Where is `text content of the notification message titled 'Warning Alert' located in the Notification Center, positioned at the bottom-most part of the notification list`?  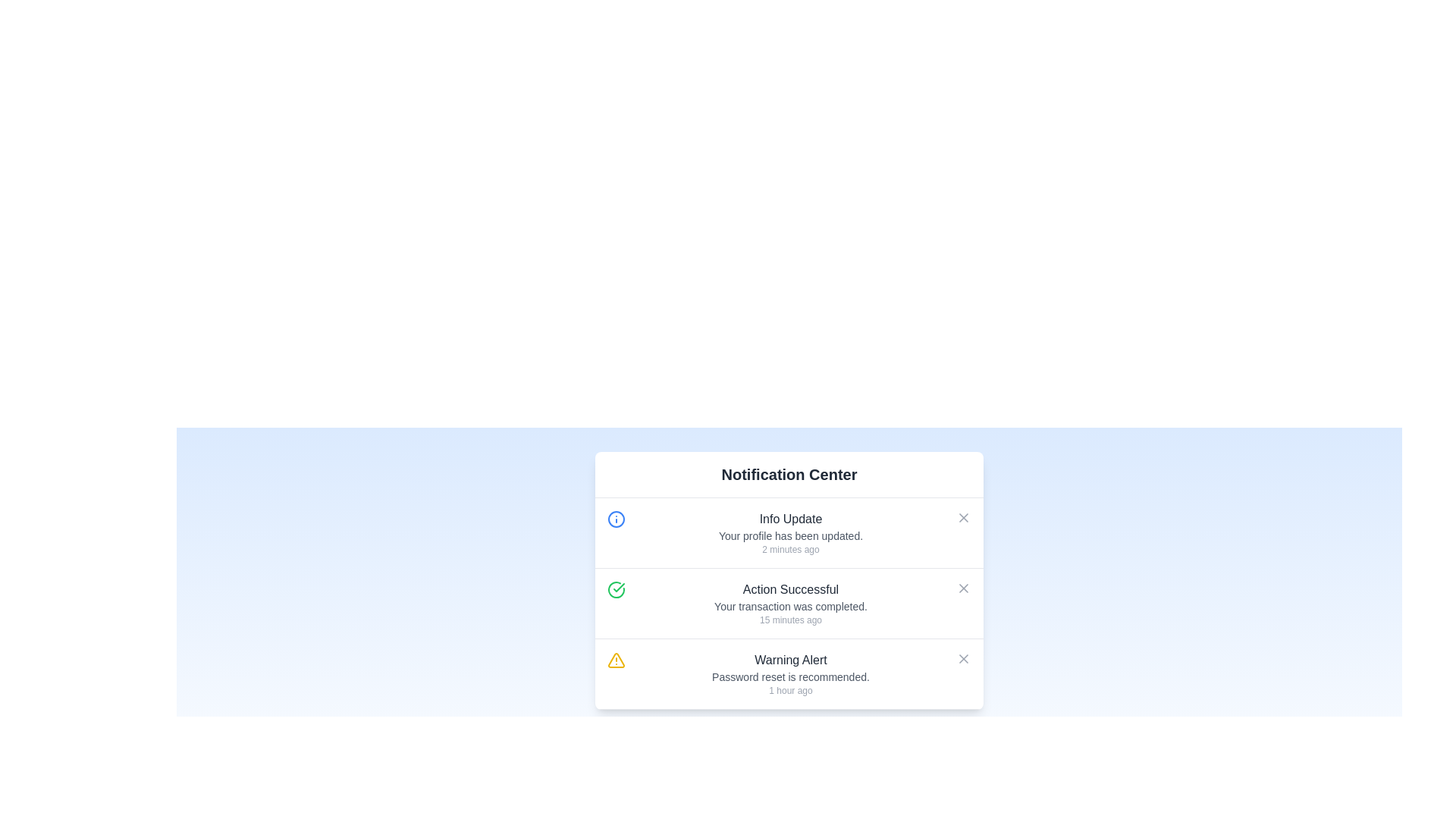 text content of the notification message titled 'Warning Alert' located in the Notification Center, positioned at the bottom-most part of the notification list is located at coordinates (789, 673).